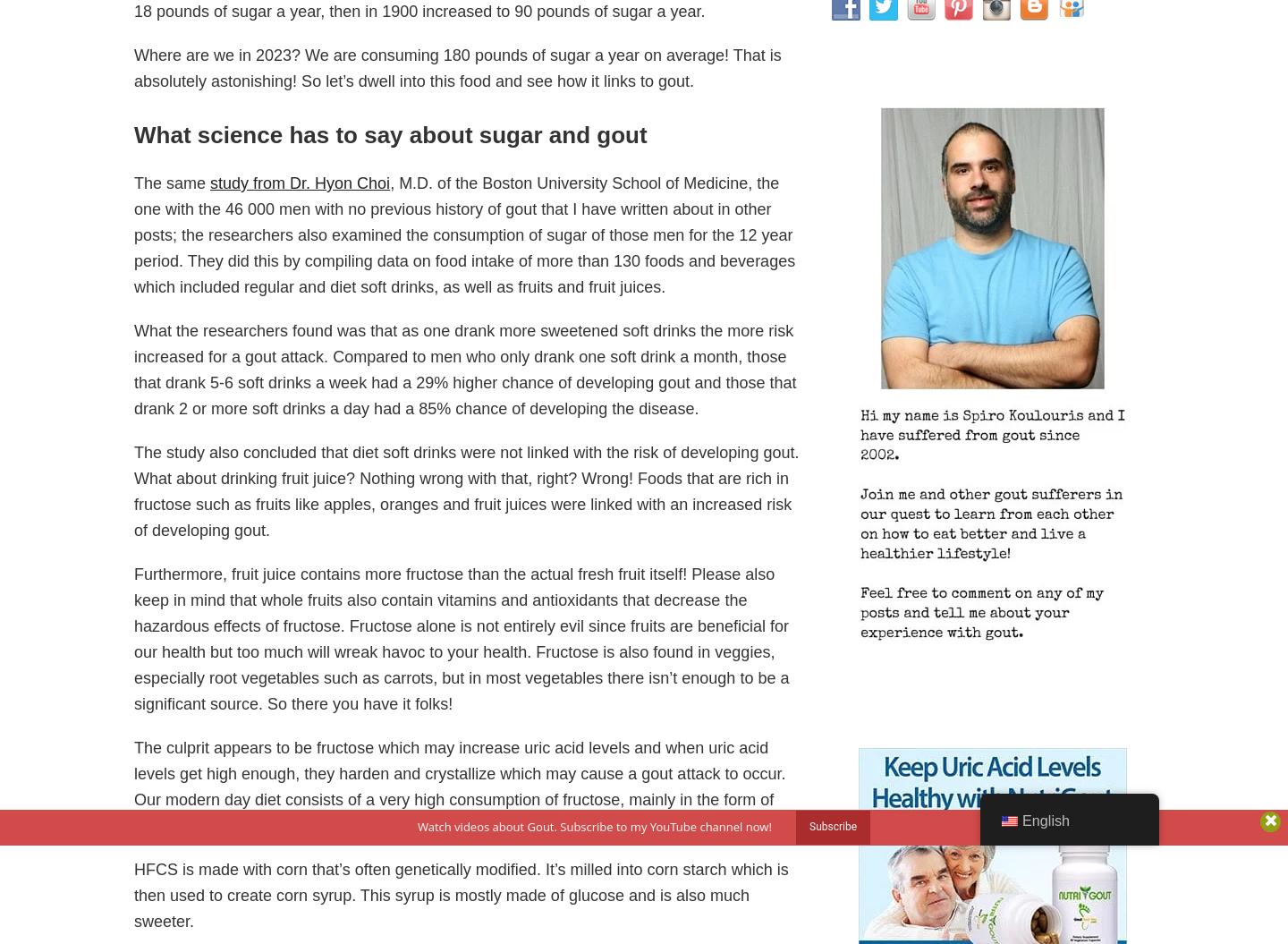 This screenshot has width=1288, height=944. I want to click on 'study from Dr. Hyon Choi', so click(300, 182).